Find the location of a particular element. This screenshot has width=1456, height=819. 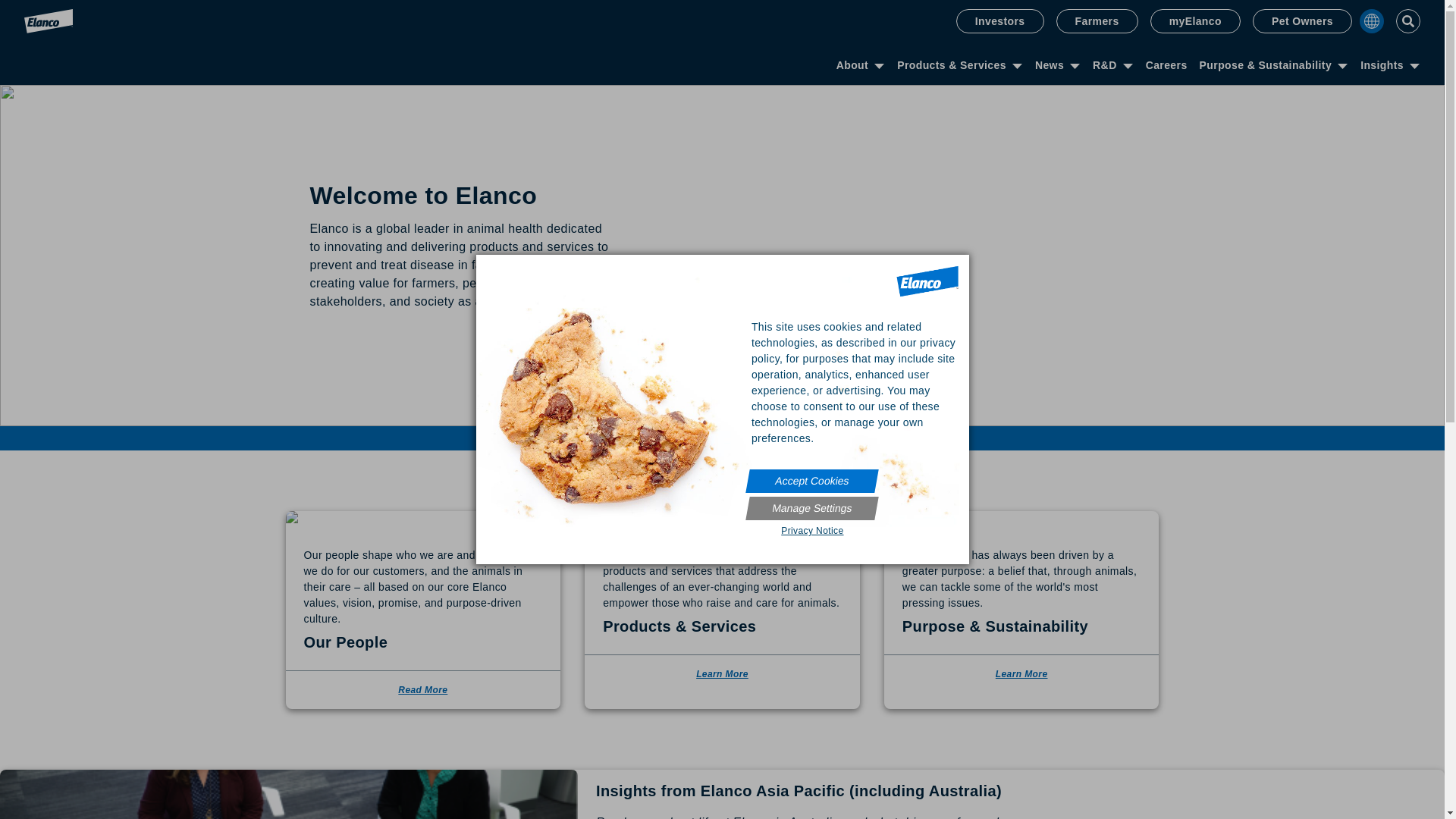

'Read More' is located at coordinates (422, 689).